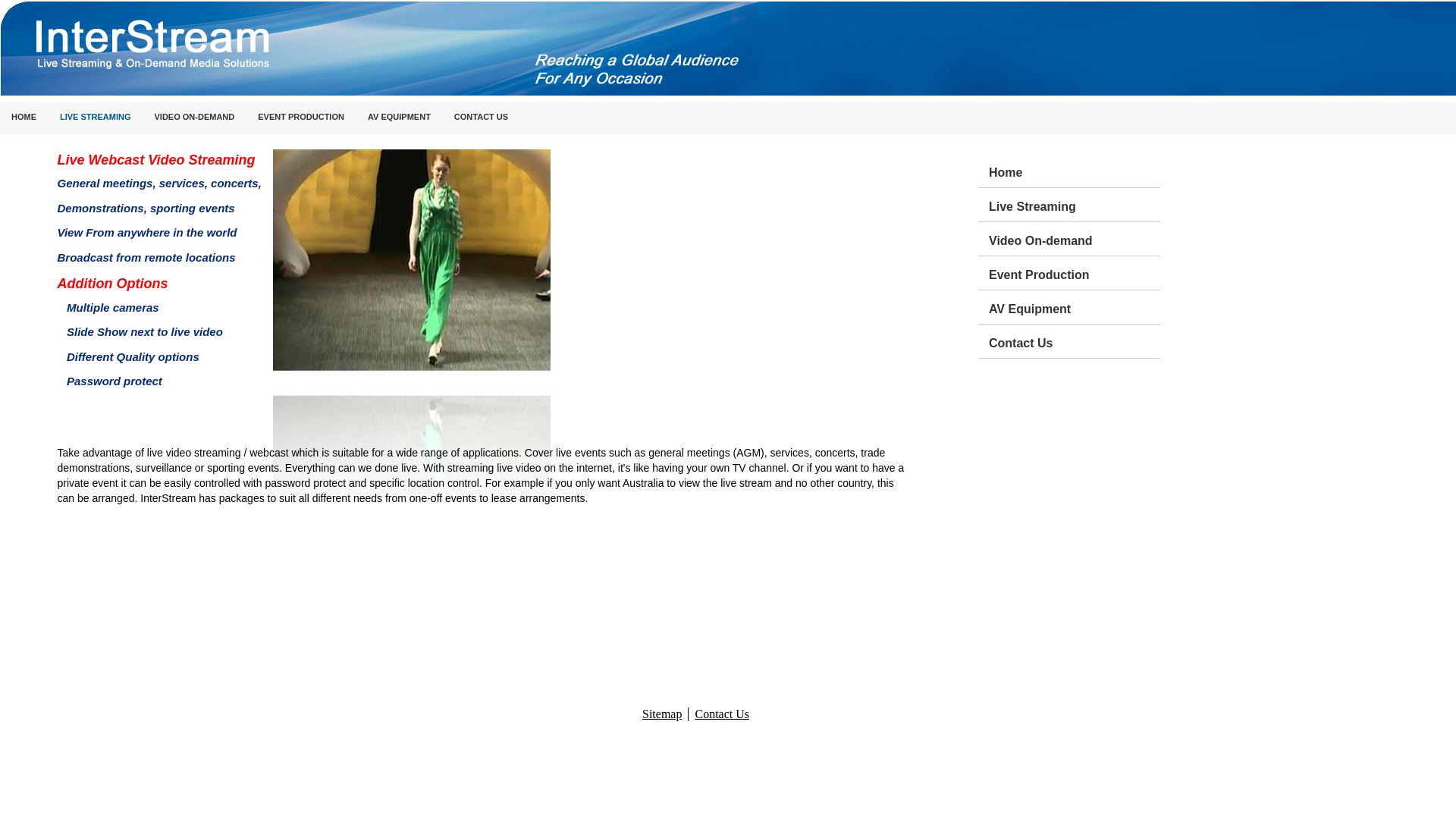 This screenshot has height=819, width=1456. What do you see at coordinates (662, 714) in the screenshot?
I see `'Sitemap'` at bounding box center [662, 714].